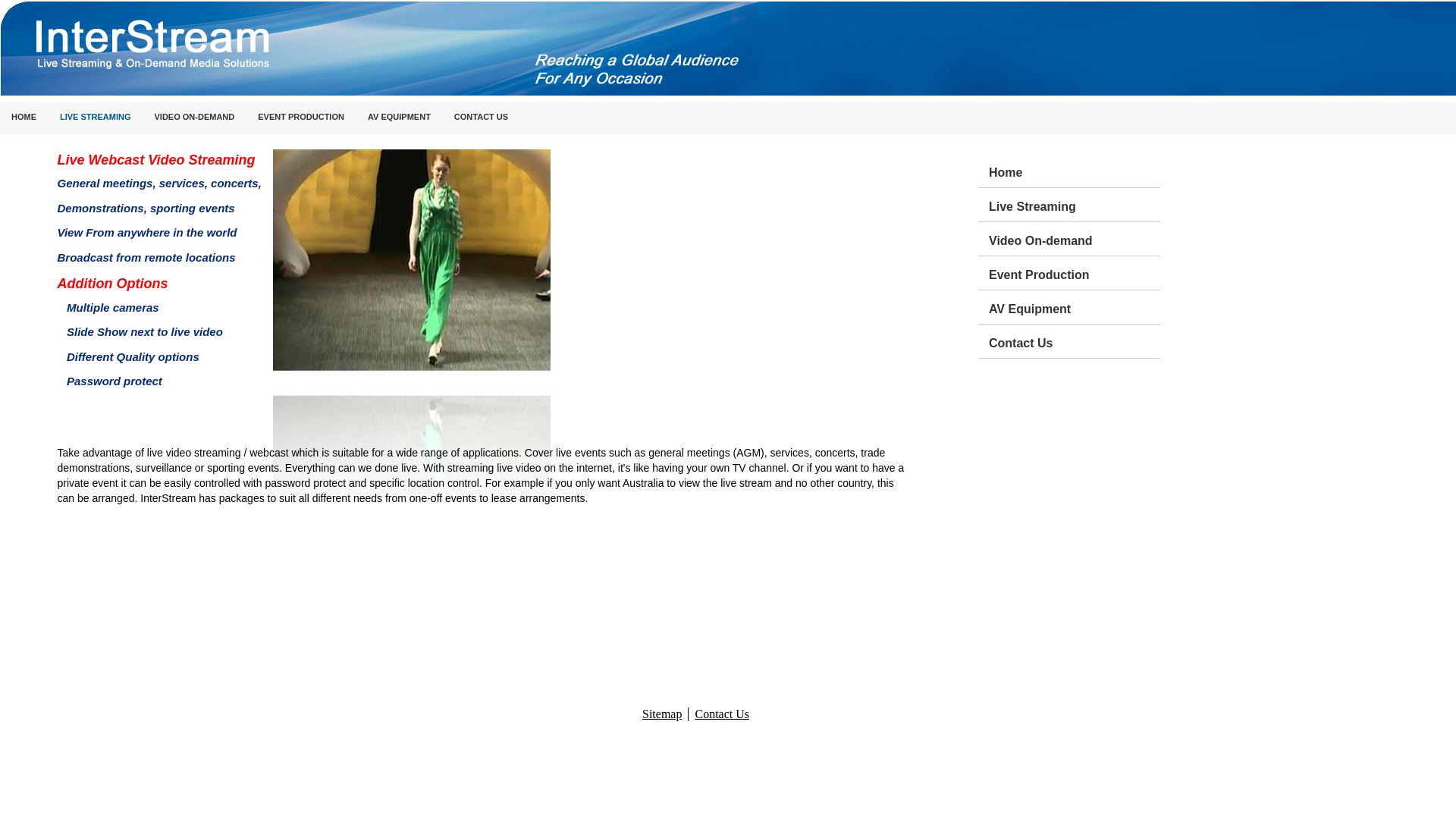 This screenshot has height=819, width=1456. What do you see at coordinates (662, 714) in the screenshot?
I see `'Sitemap'` at bounding box center [662, 714].